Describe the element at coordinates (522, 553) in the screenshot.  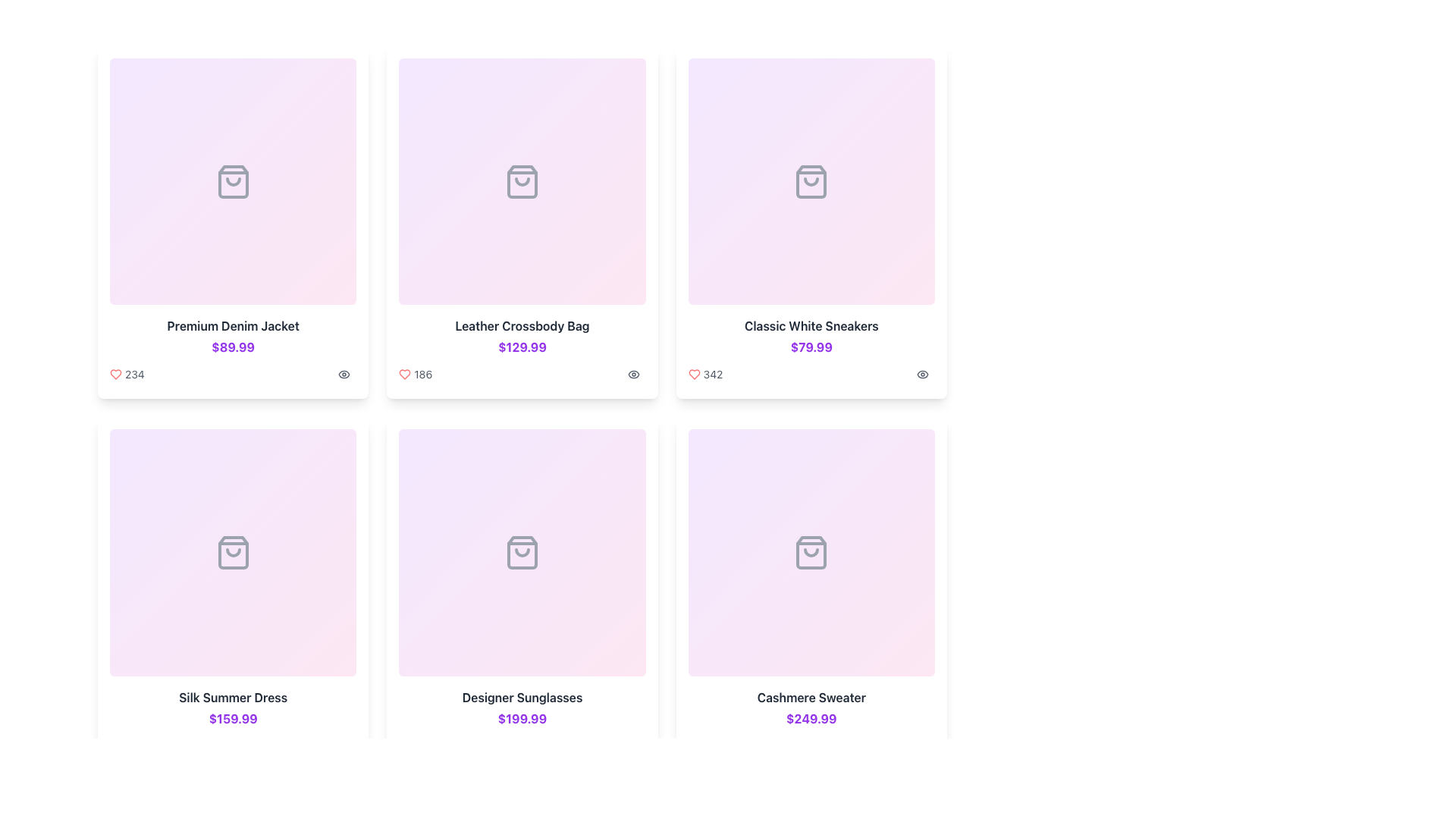
I see `the shopping bag icon located in the 'Designer Sunglasses' card` at that location.